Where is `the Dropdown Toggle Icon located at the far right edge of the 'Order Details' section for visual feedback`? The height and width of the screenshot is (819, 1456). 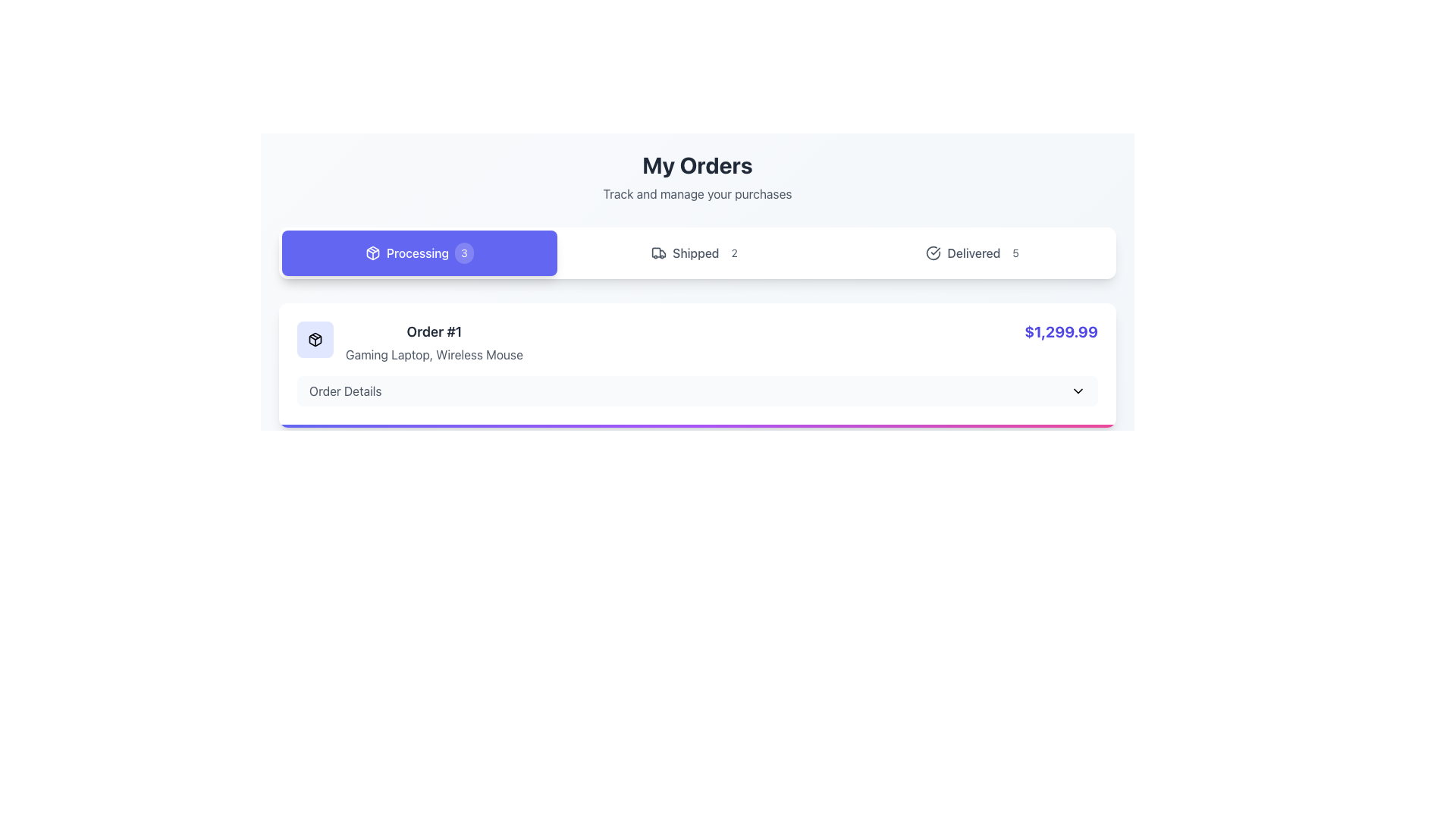 the Dropdown Toggle Icon located at the far right edge of the 'Order Details' section for visual feedback is located at coordinates (1077, 391).